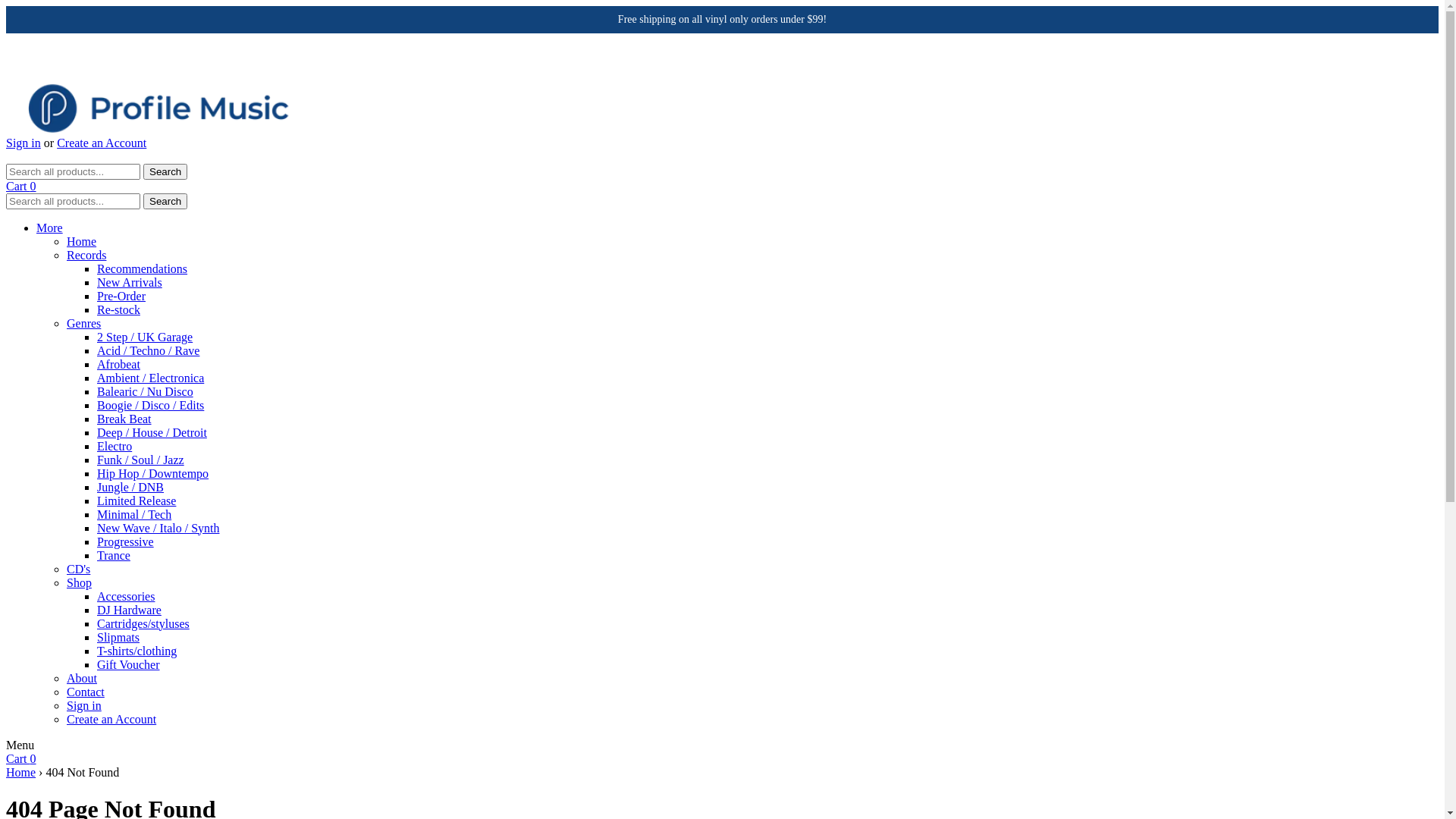 Image resolution: width=1456 pixels, height=819 pixels. I want to click on 'Ambient / Electronica', so click(96, 377).